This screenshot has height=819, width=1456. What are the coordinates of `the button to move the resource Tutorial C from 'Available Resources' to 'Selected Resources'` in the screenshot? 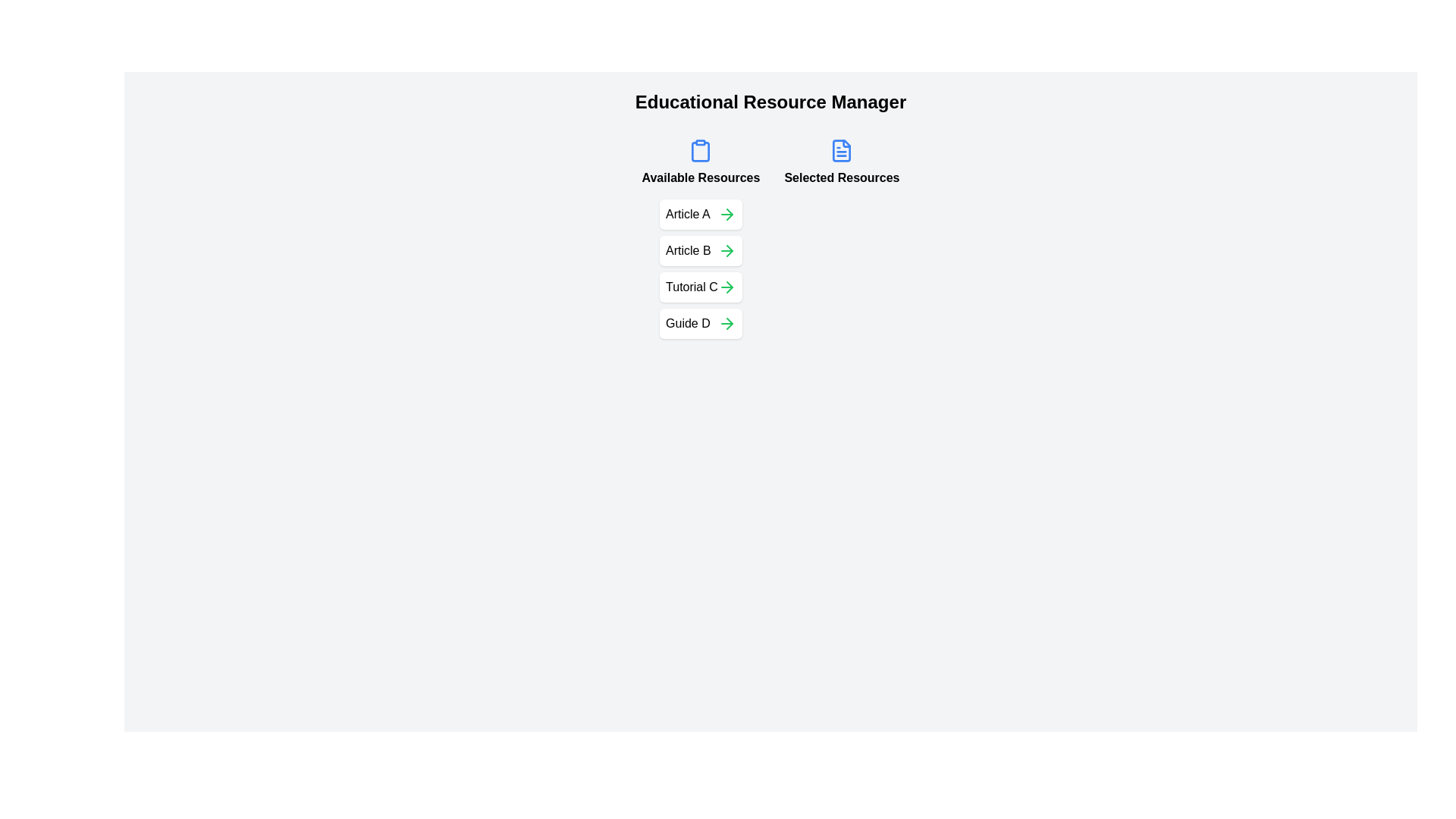 It's located at (726, 287).